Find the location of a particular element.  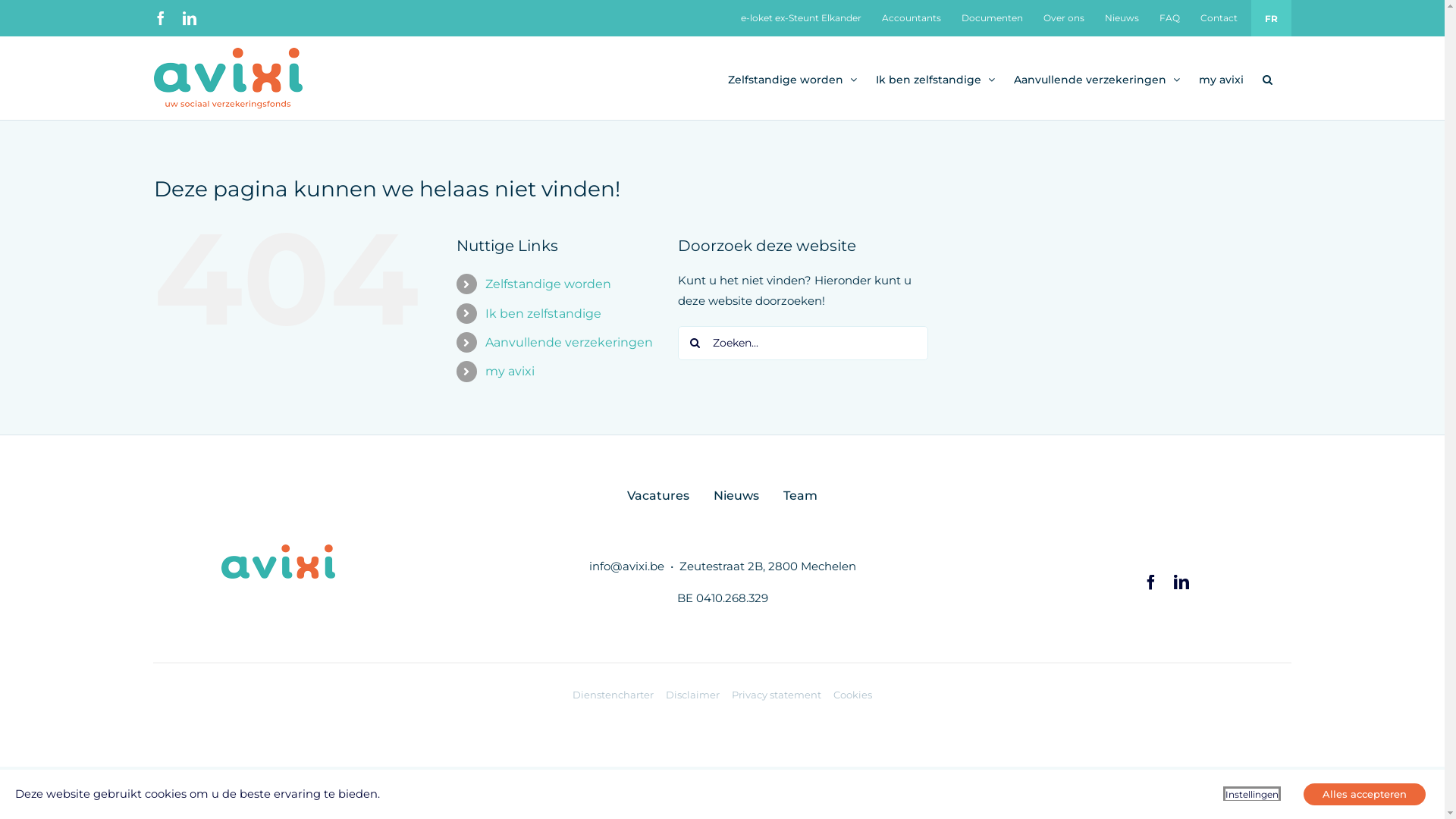

'my avixi' is located at coordinates (1197, 78).